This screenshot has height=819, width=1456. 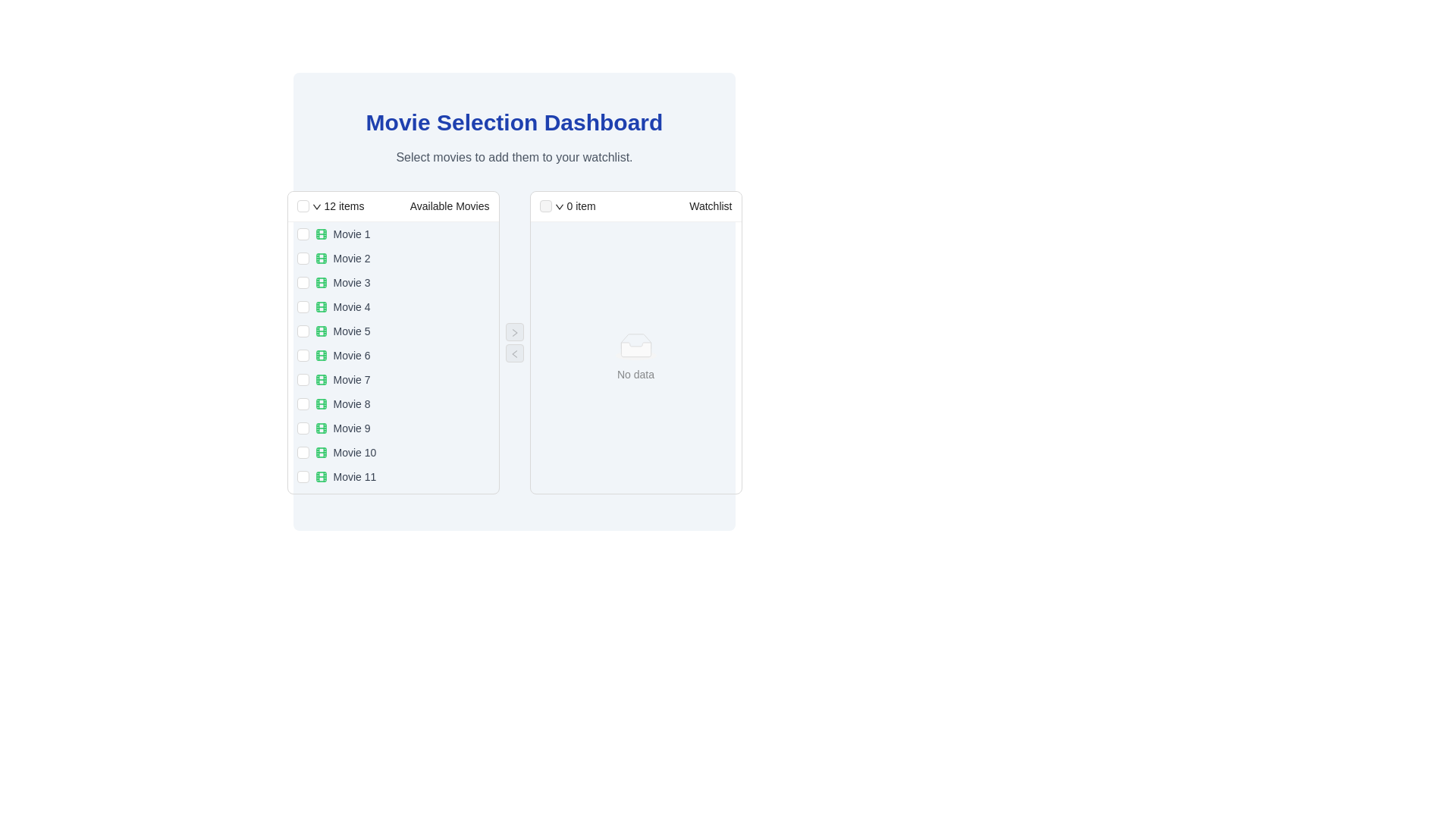 What do you see at coordinates (320, 356) in the screenshot?
I see `the movie icon located to the left of the text 'Movie 6' in the 'Available Movies' list` at bounding box center [320, 356].